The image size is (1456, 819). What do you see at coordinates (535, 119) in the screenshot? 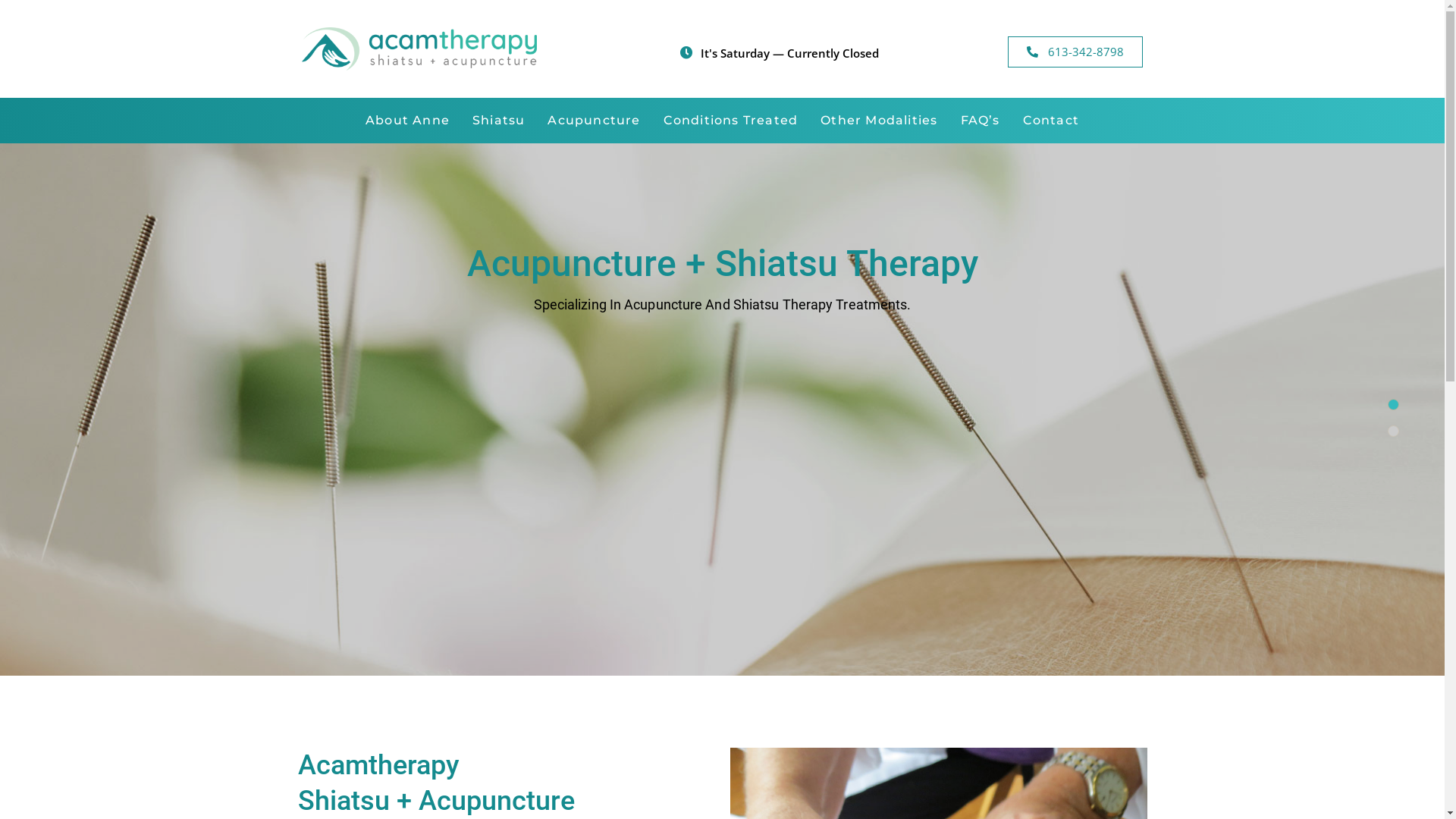
I see `'Acupuncture'` at bounding box center [535, 119].